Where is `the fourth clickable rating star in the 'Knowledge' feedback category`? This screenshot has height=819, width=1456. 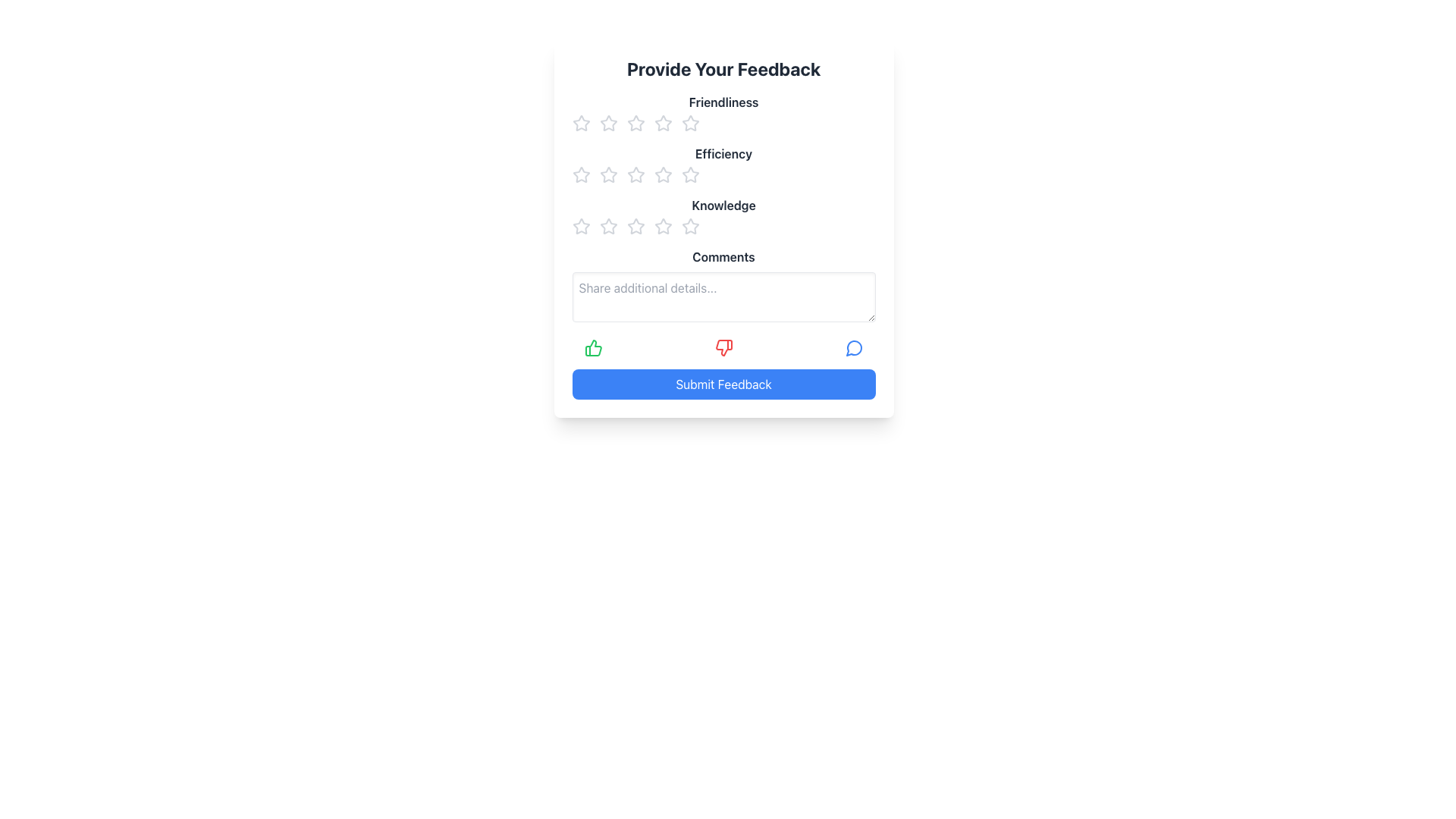 the fourth clickable rating star in the 'Knowledge' feedback category is located at coordinates (663, 227).